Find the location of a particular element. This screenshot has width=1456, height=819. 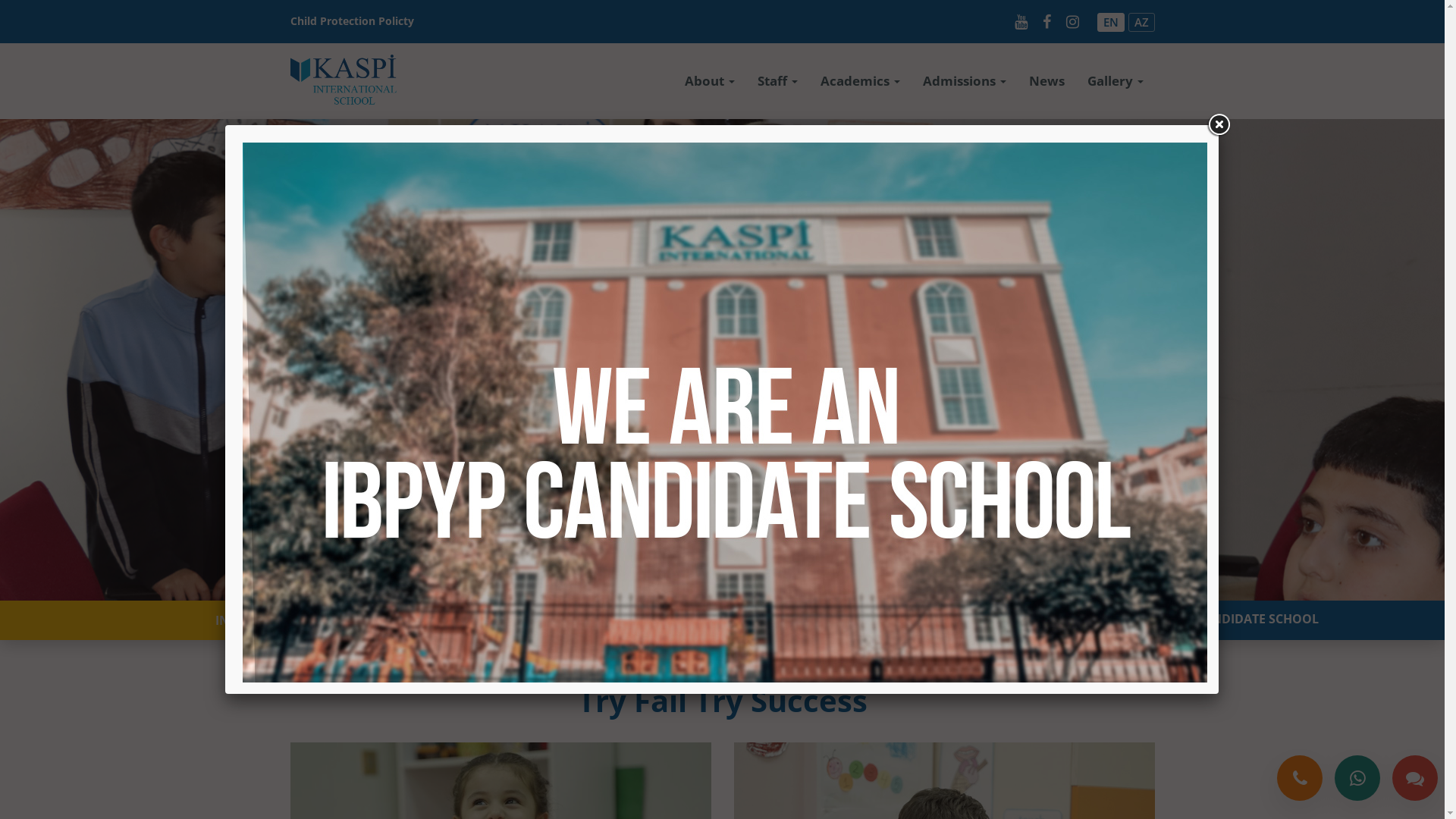

'APPLY NOW' is located at coordinates (480, 619).